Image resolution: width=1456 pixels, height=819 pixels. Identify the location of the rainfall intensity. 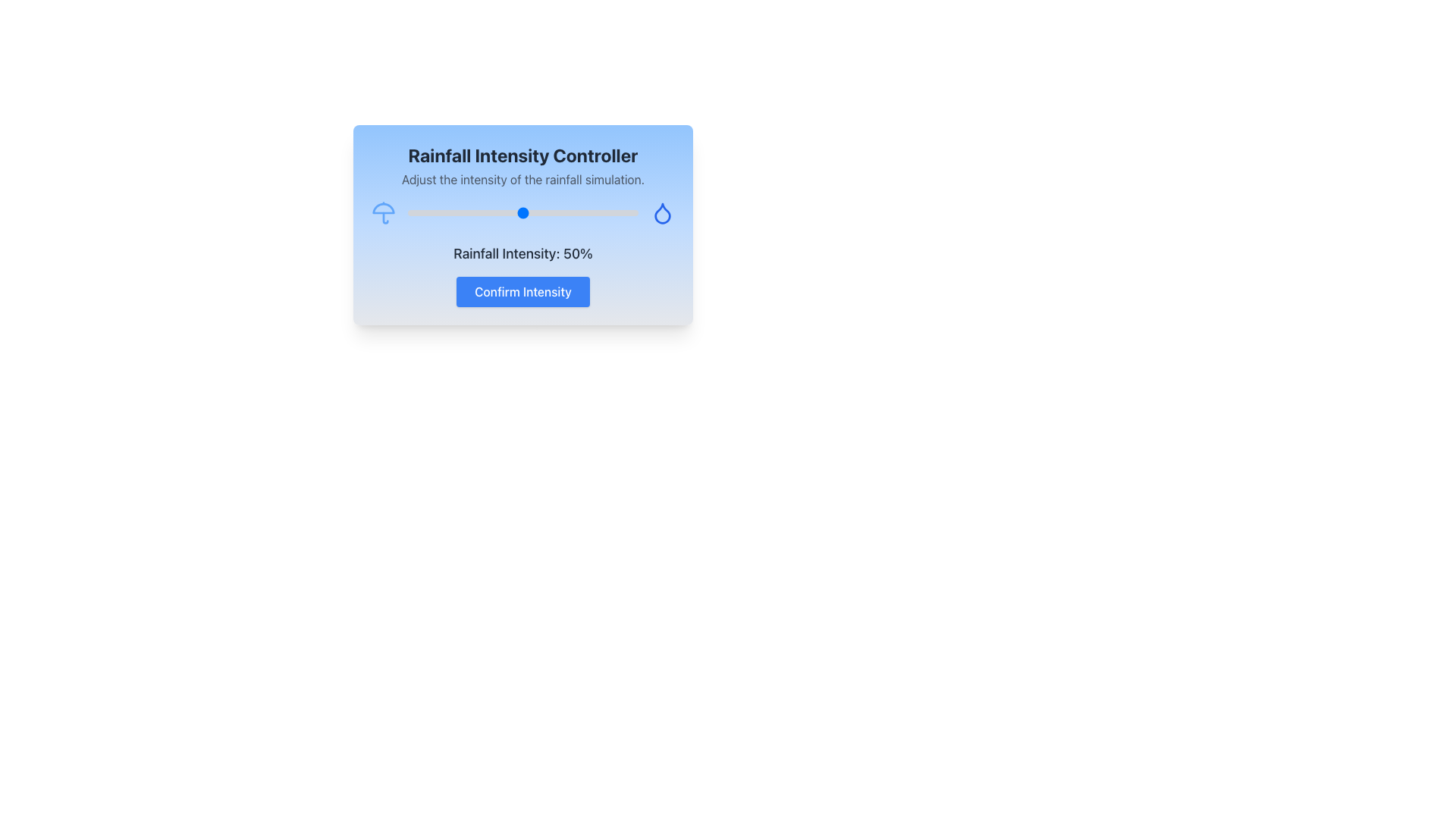
(535, 213).